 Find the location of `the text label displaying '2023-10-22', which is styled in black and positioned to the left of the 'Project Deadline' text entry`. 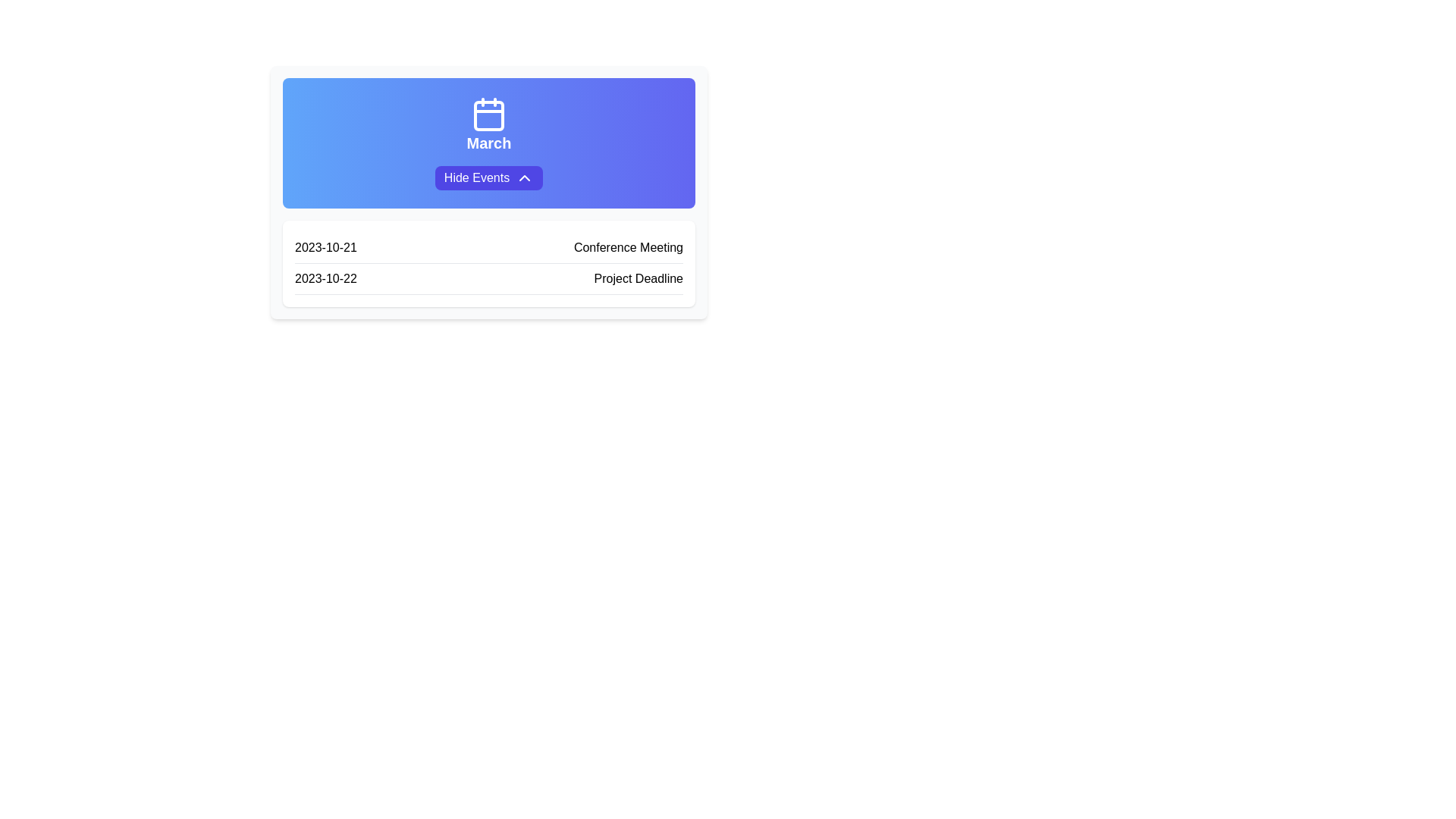

the text label displaying '2023-10-22', which is styled in black and positioned to the left of the 'Project Deadline' text entry is located at coordinates (325, 278).